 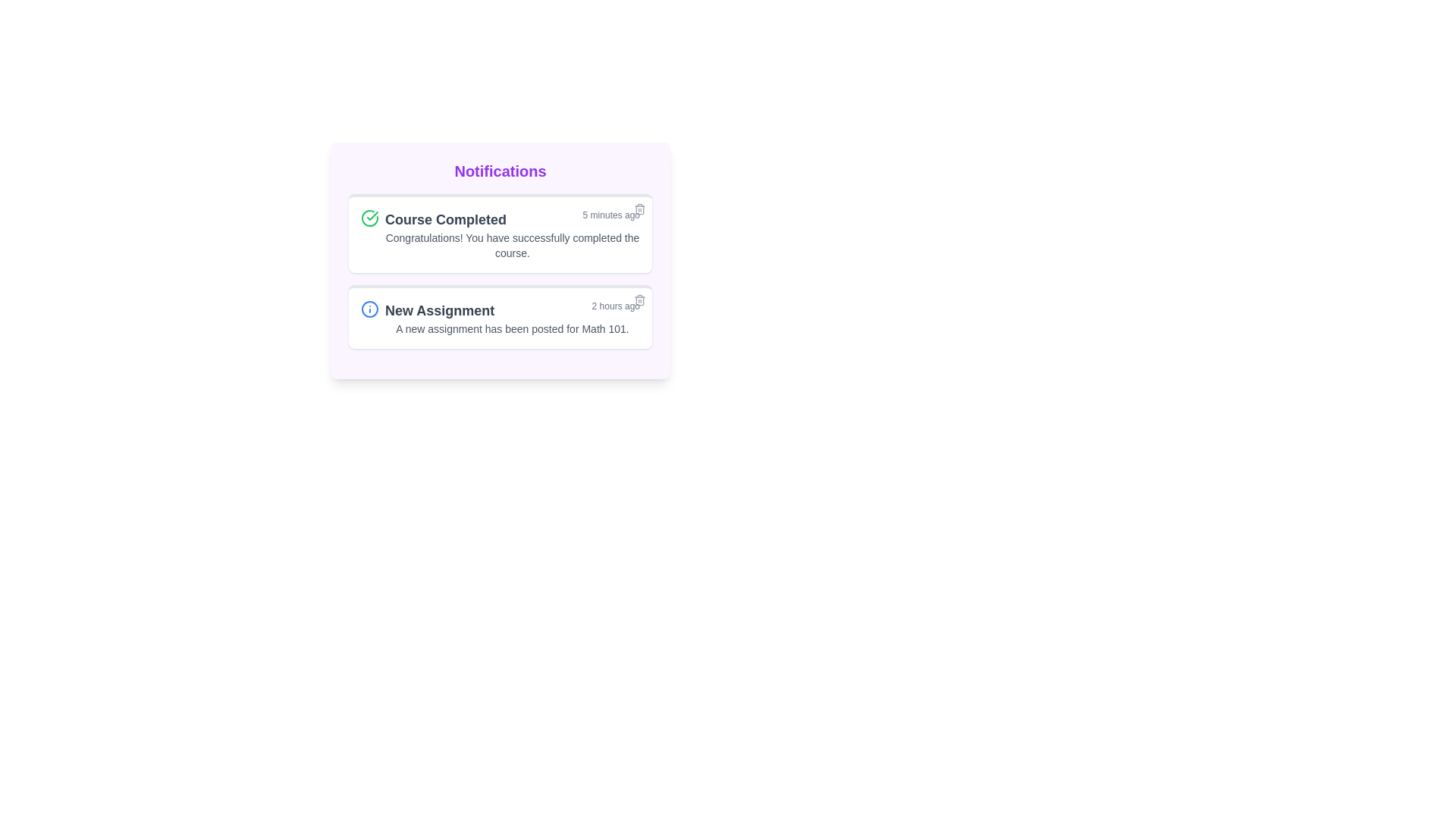 I want to click on the completion icon located to the far left of the 'Course Completed' notification, which is the top entry in the panel listing notifications, so click(x=370, y=218).